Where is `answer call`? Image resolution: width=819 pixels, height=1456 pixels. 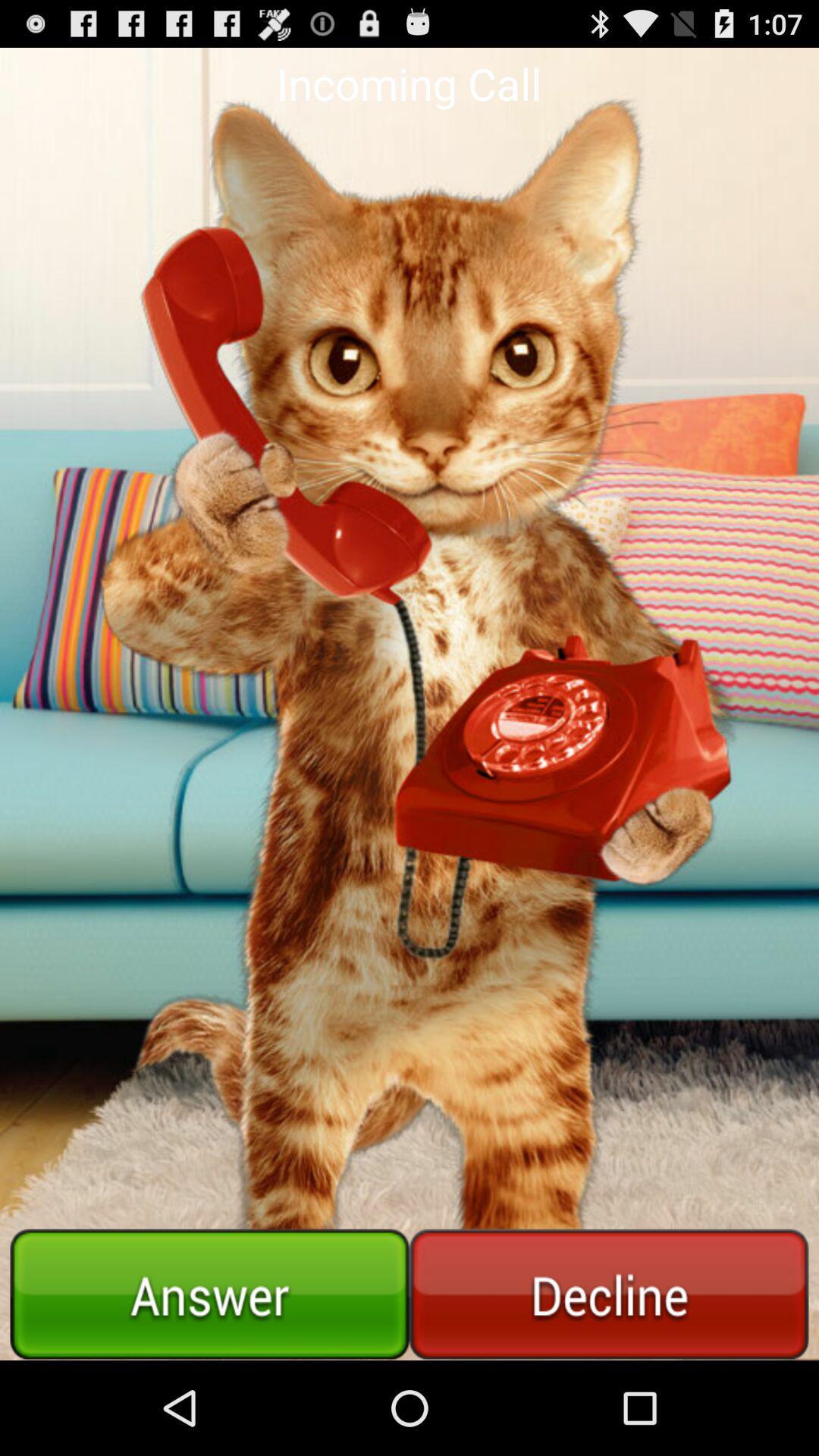
answer call is located at coordinates (209, 1294).